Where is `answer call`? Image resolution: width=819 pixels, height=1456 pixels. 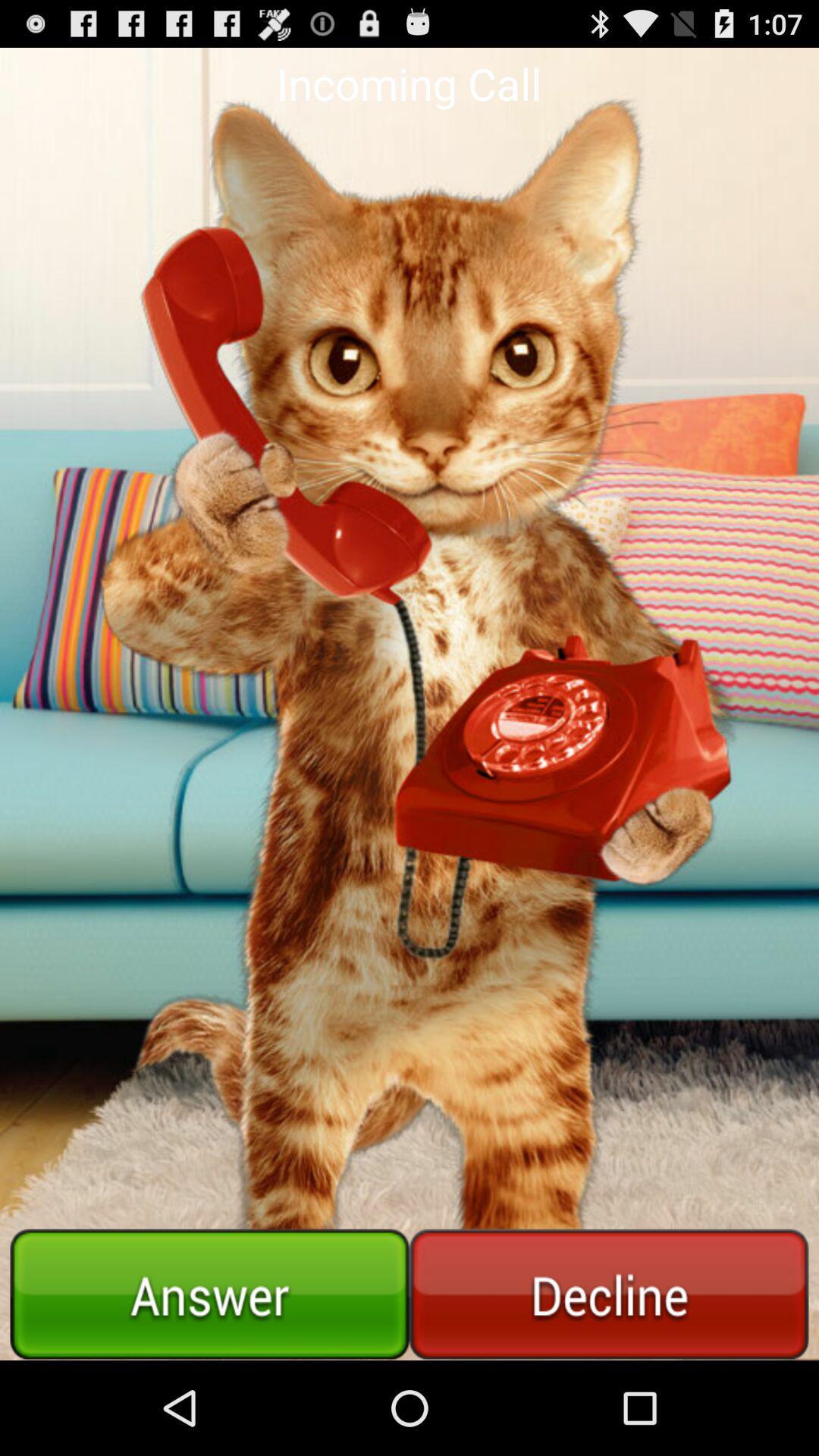
answer call is located at coordinates (209, 1294).